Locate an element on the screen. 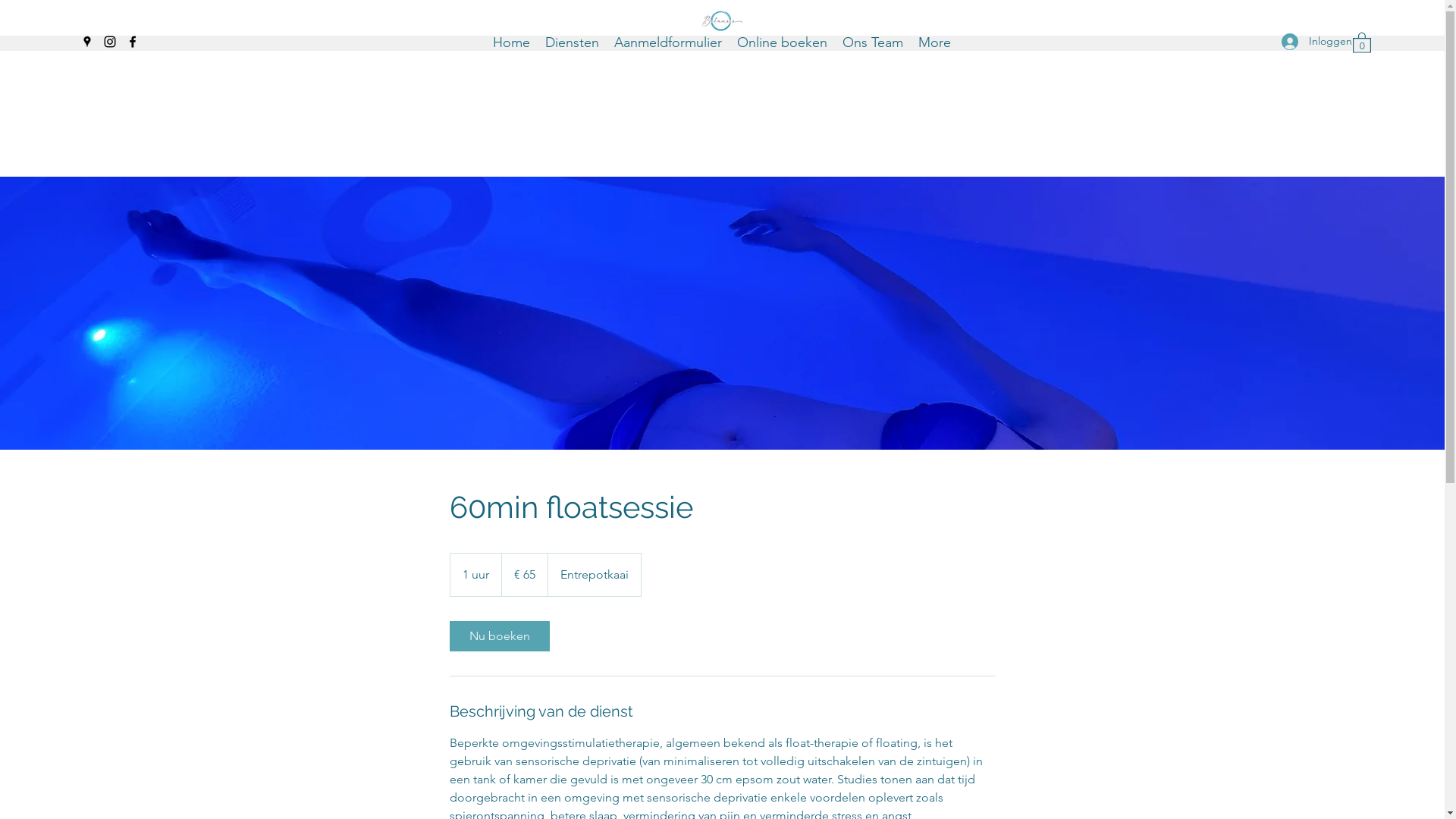  'Diensten' is located at coordinates (571, 40).